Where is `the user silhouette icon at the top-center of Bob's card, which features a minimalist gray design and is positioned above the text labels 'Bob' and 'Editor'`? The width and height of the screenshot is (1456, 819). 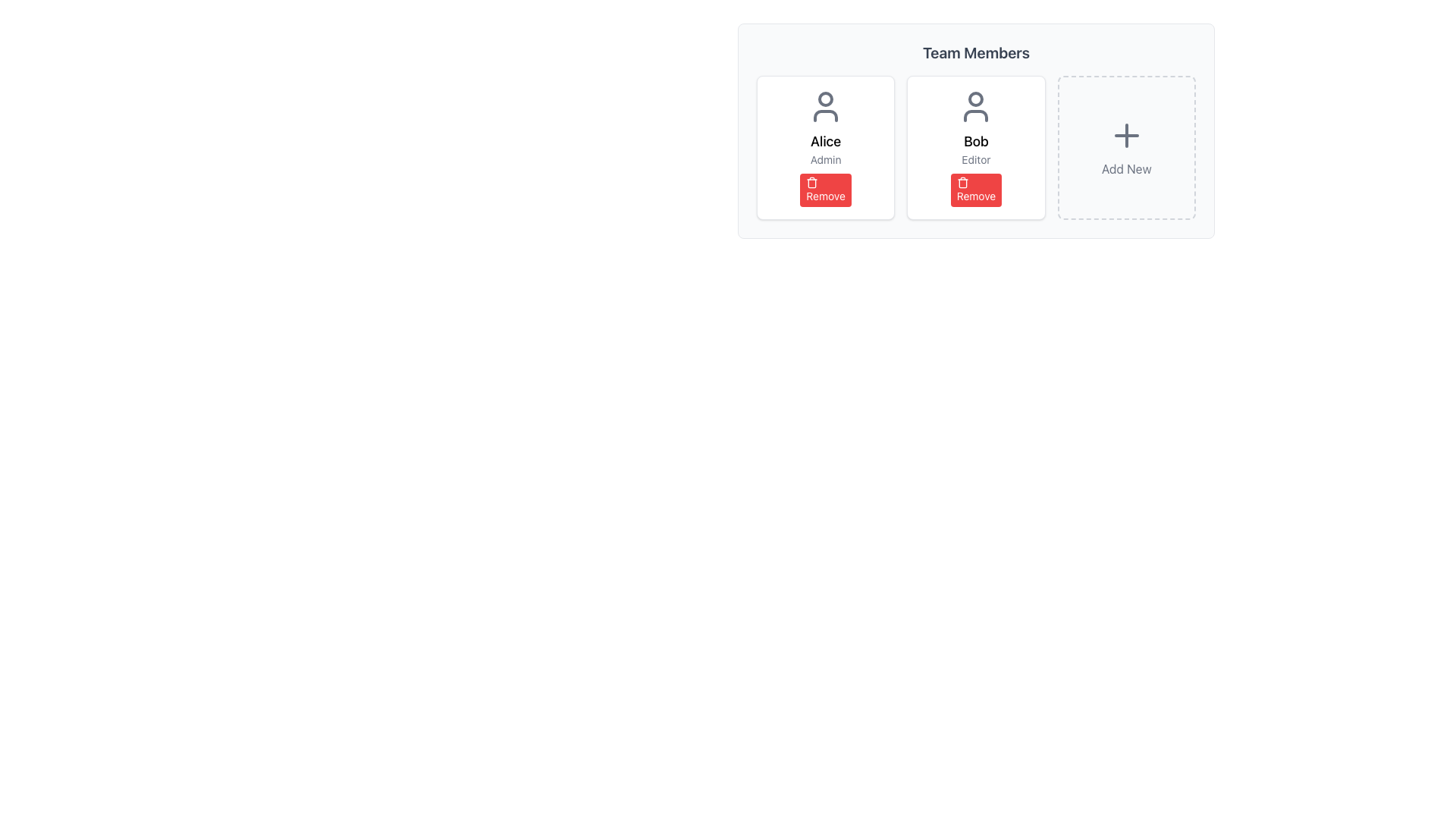
the user silhouette icon at the top-center of Bob's card, which features a minimalist gray design and is positioned above the text labels 'Bob' and 'Editor' is located at coordinates (976, 106).